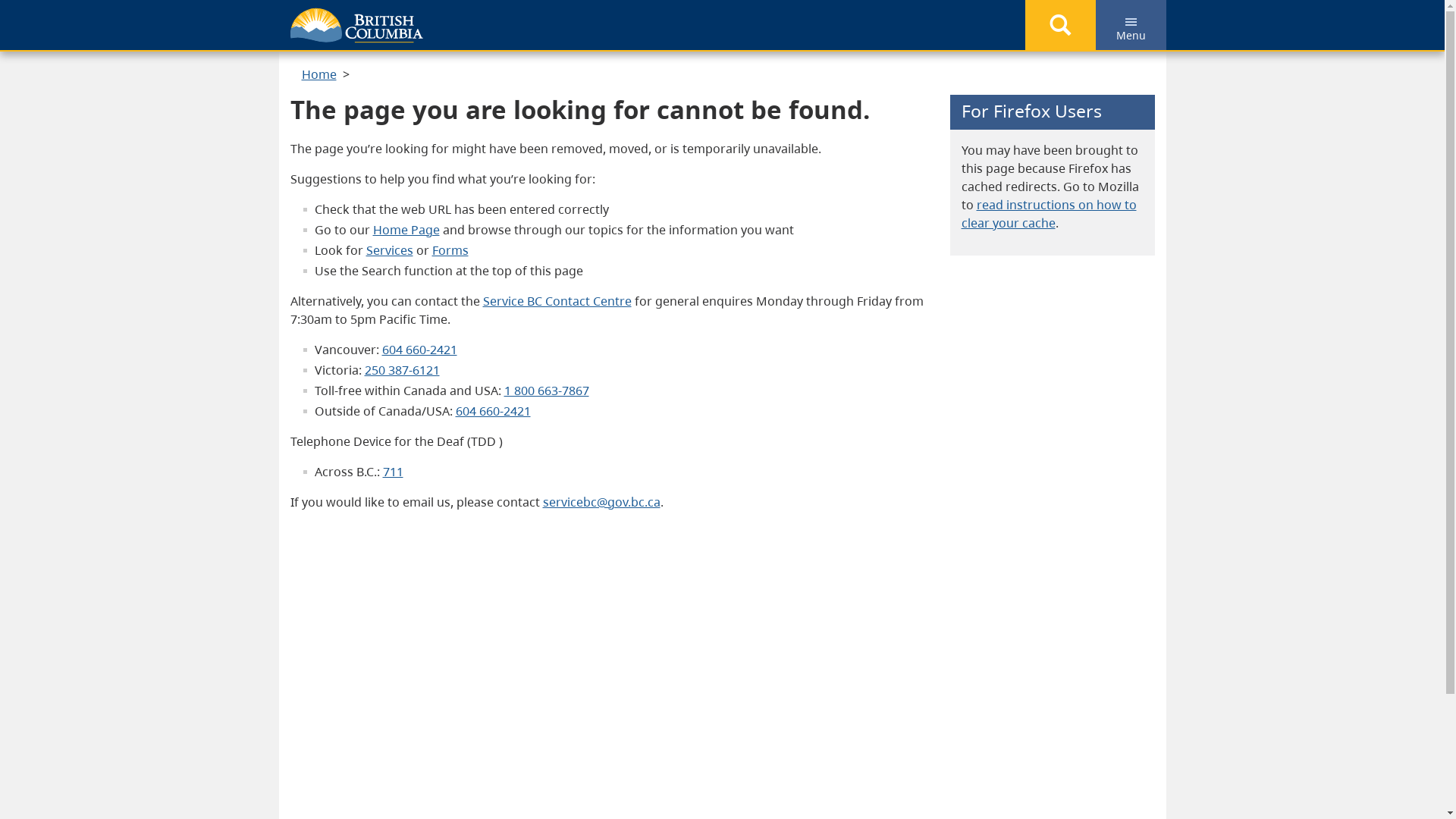 The image size is (1456, 819). Describe the element at coordinates (401, 370) in the screenshot. I see `'250 387-6121'` at that location.